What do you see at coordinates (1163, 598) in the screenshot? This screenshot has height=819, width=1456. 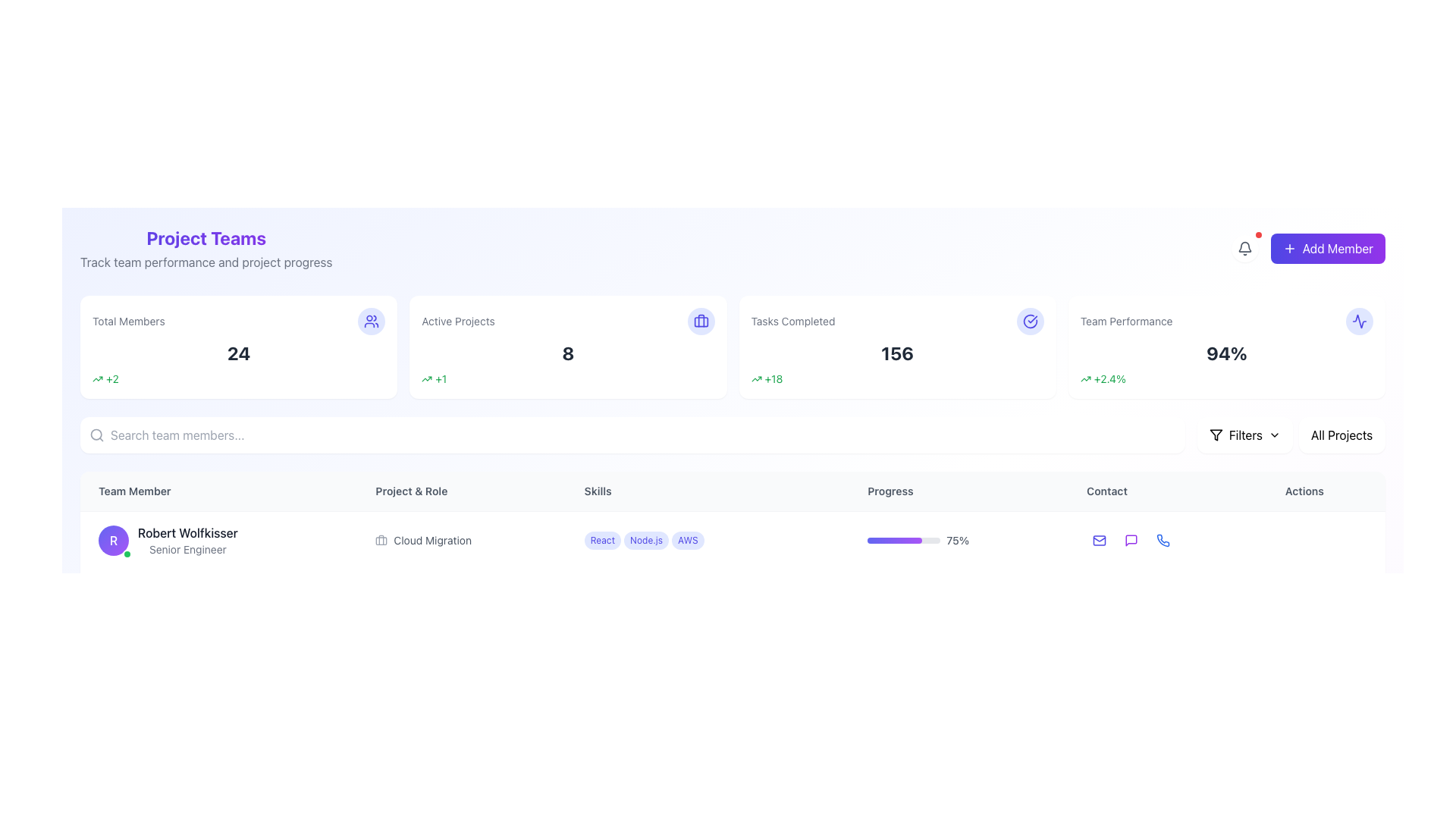 I see `the third interactive button in the contact column to initiate a phone call or access phone-related functionality` at bounding box center [1163, 598].